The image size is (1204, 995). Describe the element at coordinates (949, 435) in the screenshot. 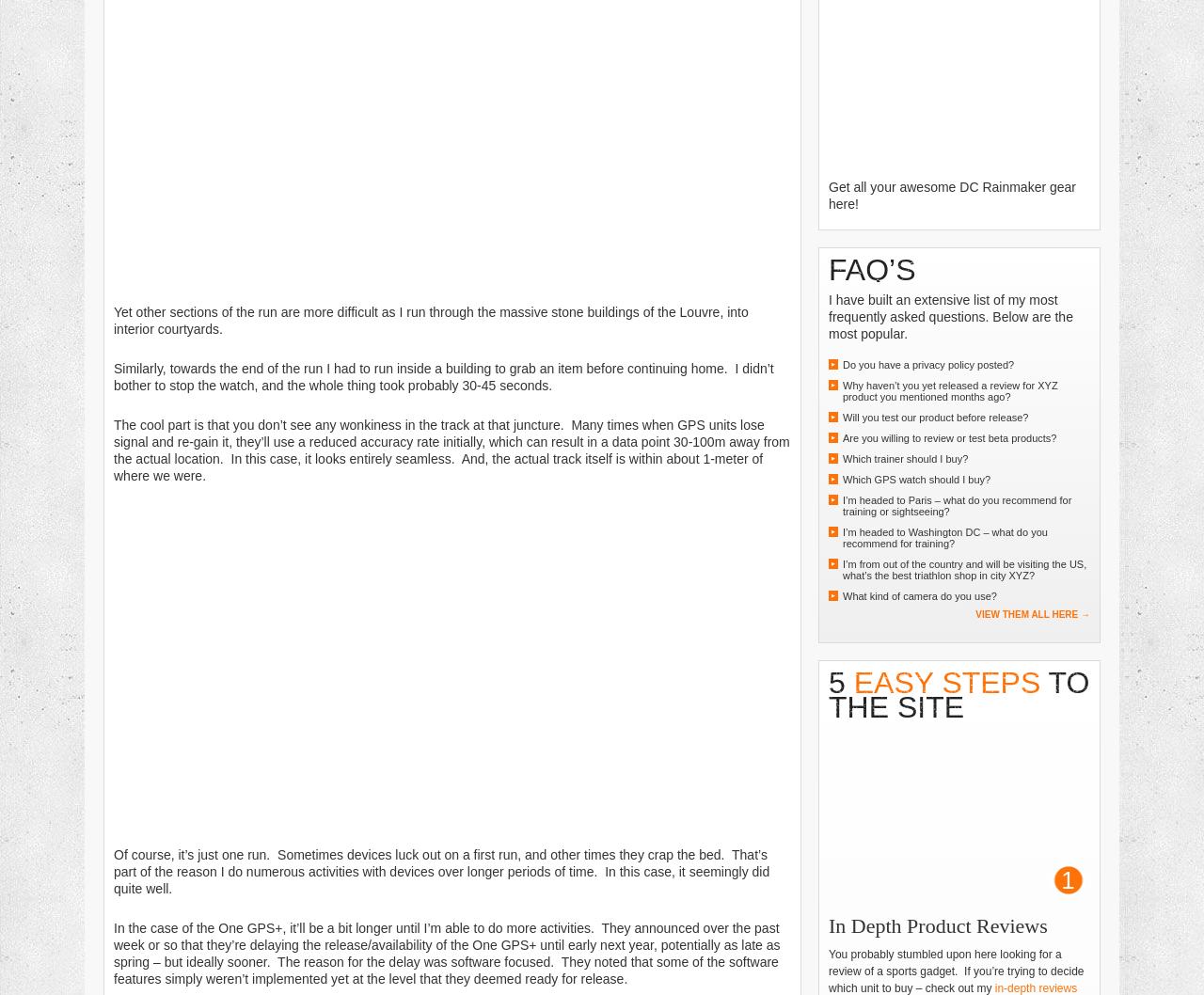

I see `'Are you willing to review or test beta products?'` at that location.